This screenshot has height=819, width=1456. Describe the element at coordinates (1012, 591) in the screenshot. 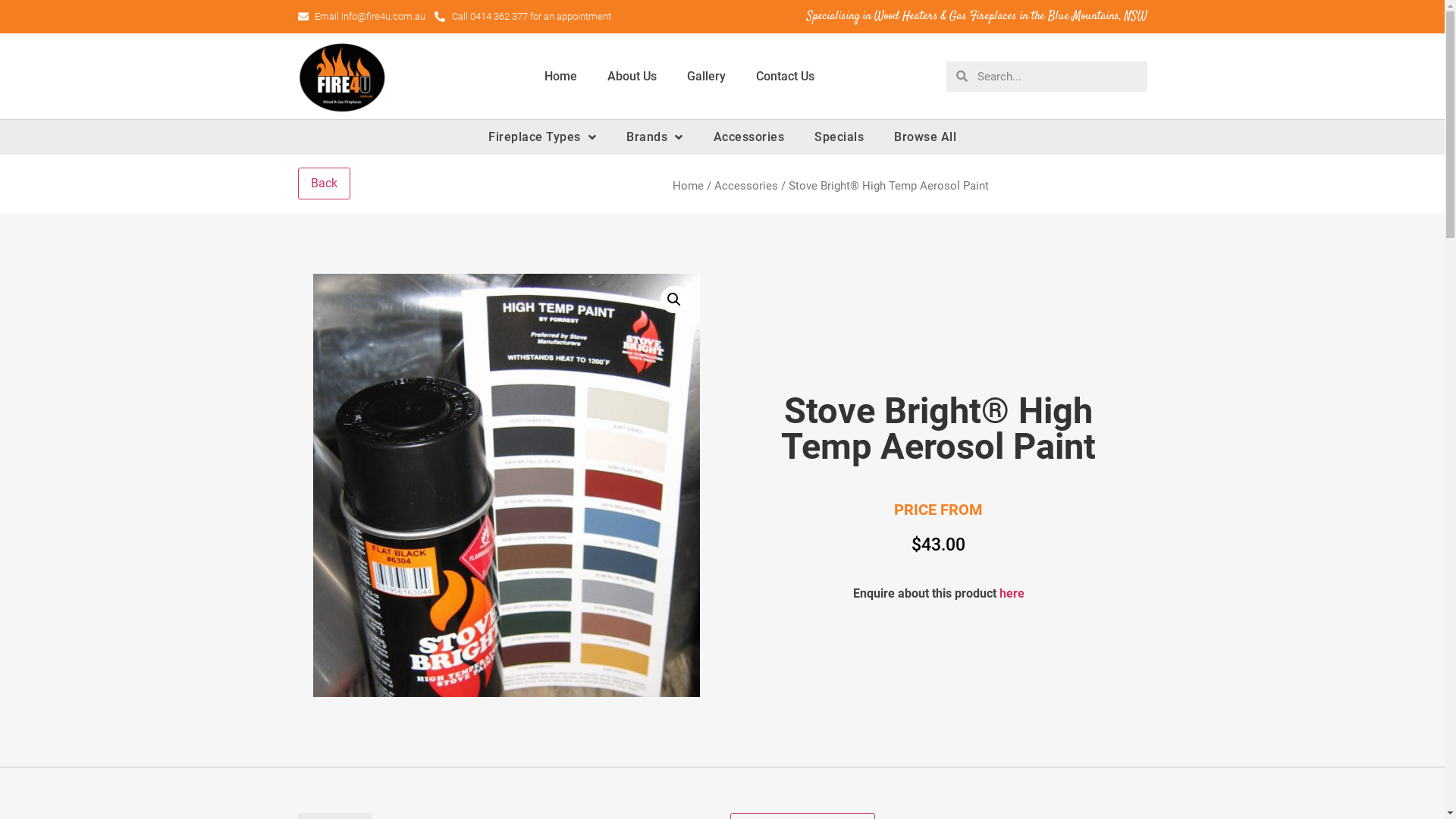

I see `'here'` at that location.